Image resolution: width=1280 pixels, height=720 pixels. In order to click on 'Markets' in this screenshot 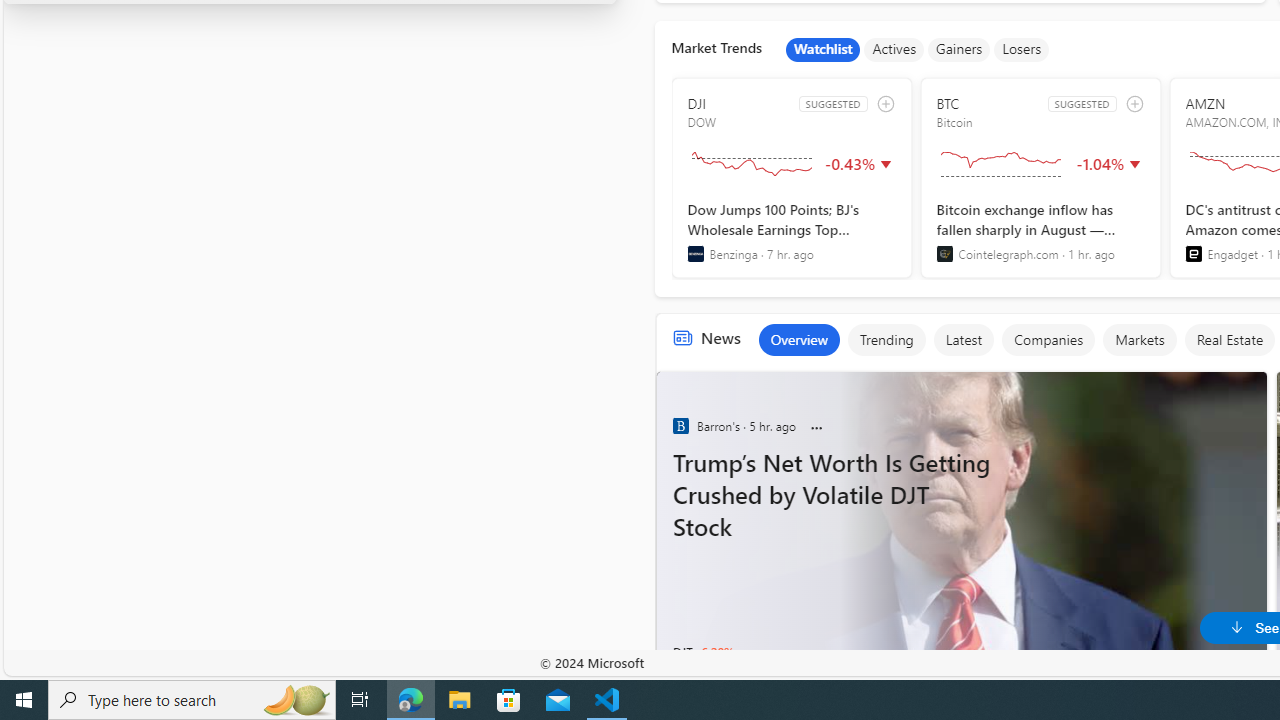, I will do `click(1139, 338)`.